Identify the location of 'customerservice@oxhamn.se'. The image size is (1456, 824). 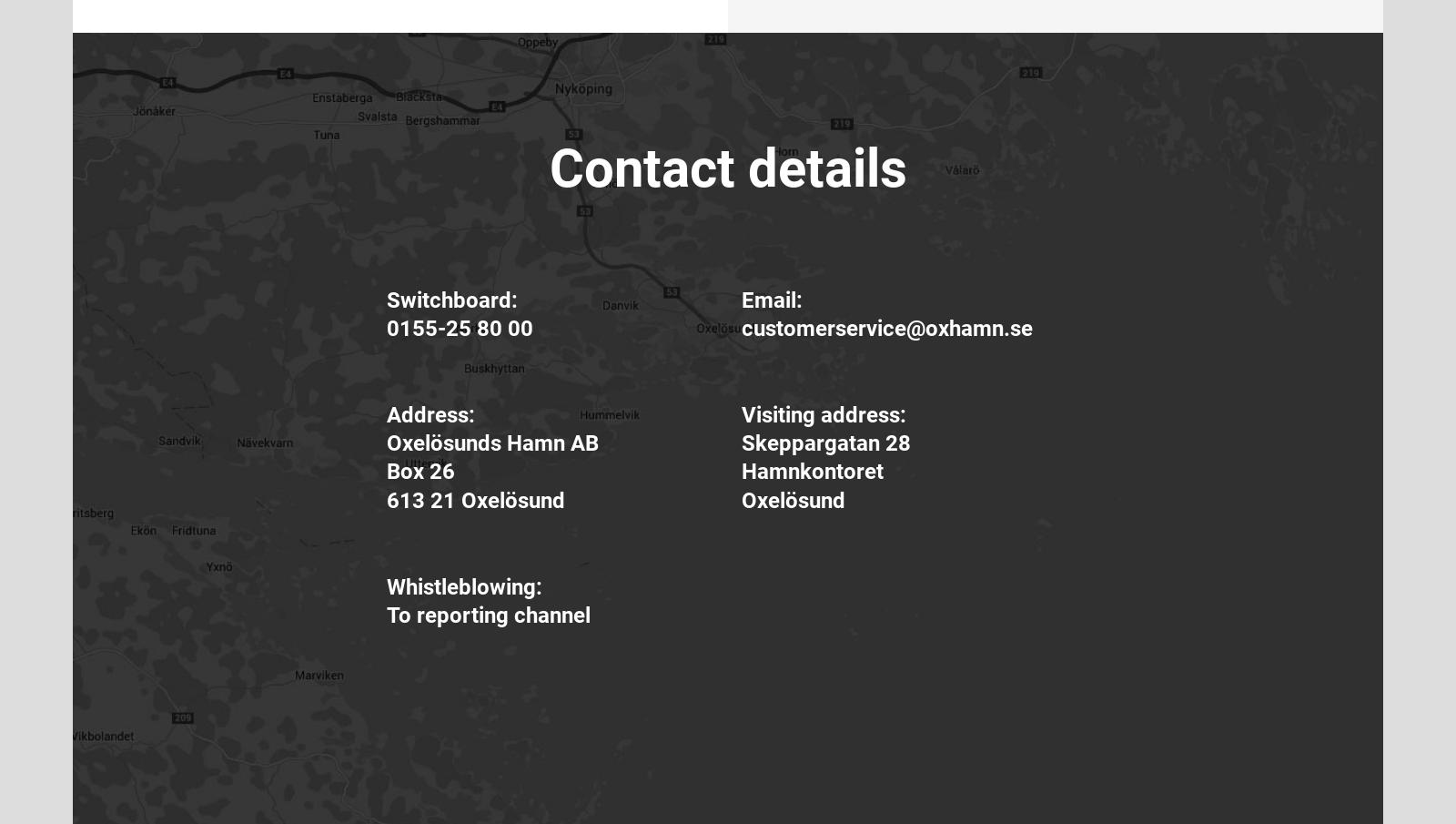
(886, 328).